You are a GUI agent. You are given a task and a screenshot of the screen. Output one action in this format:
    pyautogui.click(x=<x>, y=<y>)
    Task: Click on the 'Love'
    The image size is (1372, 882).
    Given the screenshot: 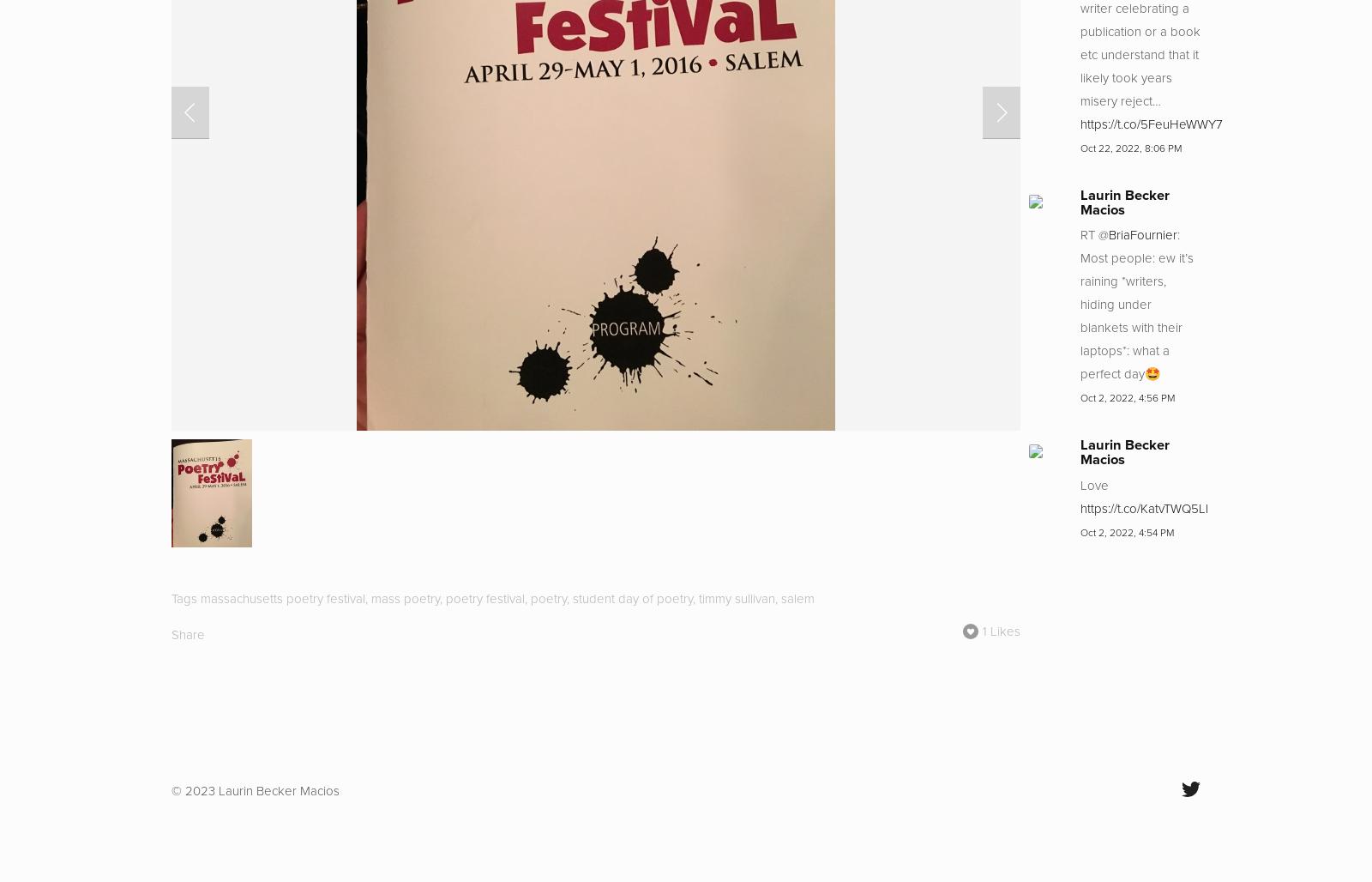 What is the action you would take?
    pyautogui.click(x=1093, y=484)
    